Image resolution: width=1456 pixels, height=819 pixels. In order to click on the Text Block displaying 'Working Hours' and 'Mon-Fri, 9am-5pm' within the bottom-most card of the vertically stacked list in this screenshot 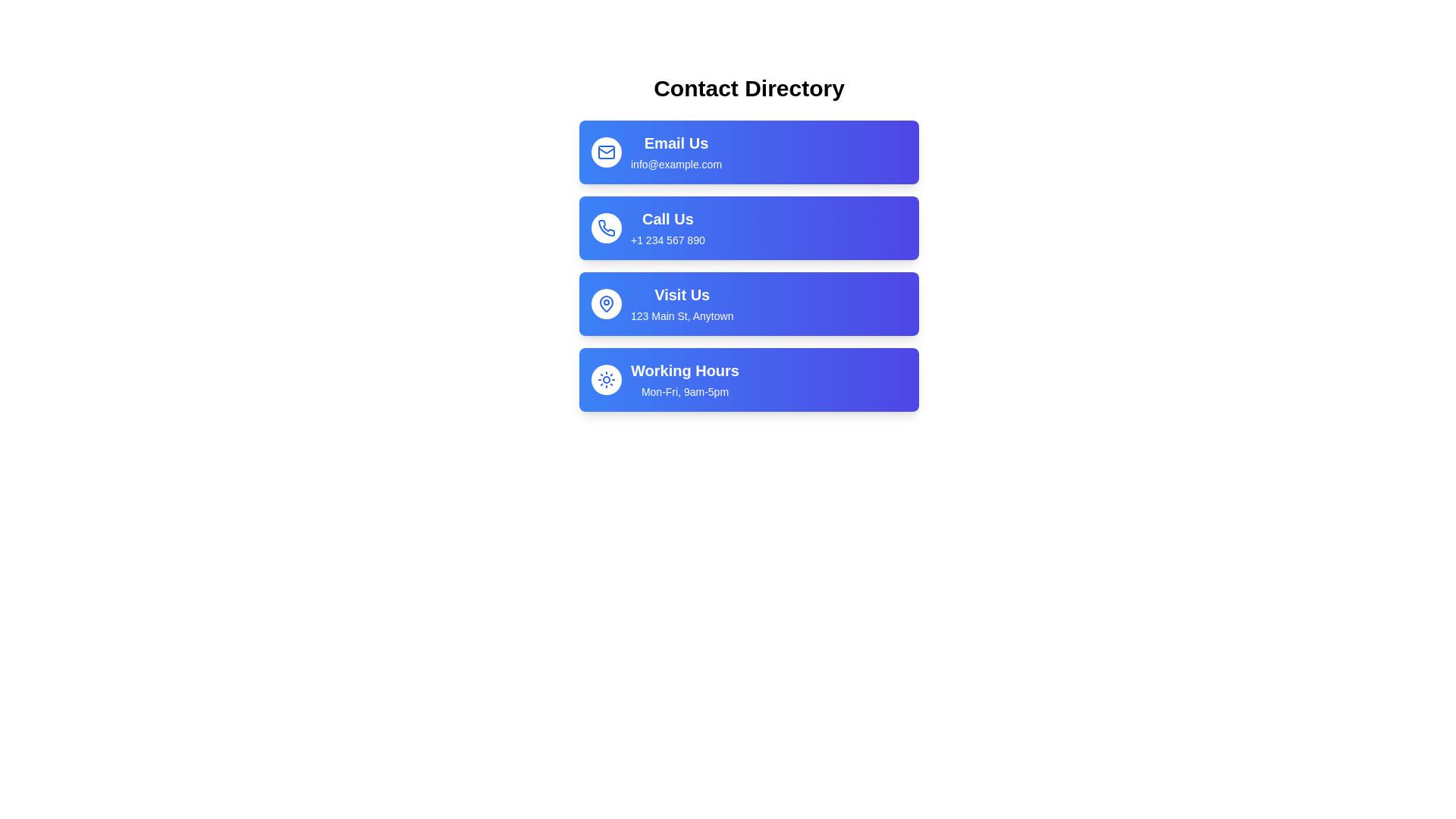, I will do `click(684, 379)`.